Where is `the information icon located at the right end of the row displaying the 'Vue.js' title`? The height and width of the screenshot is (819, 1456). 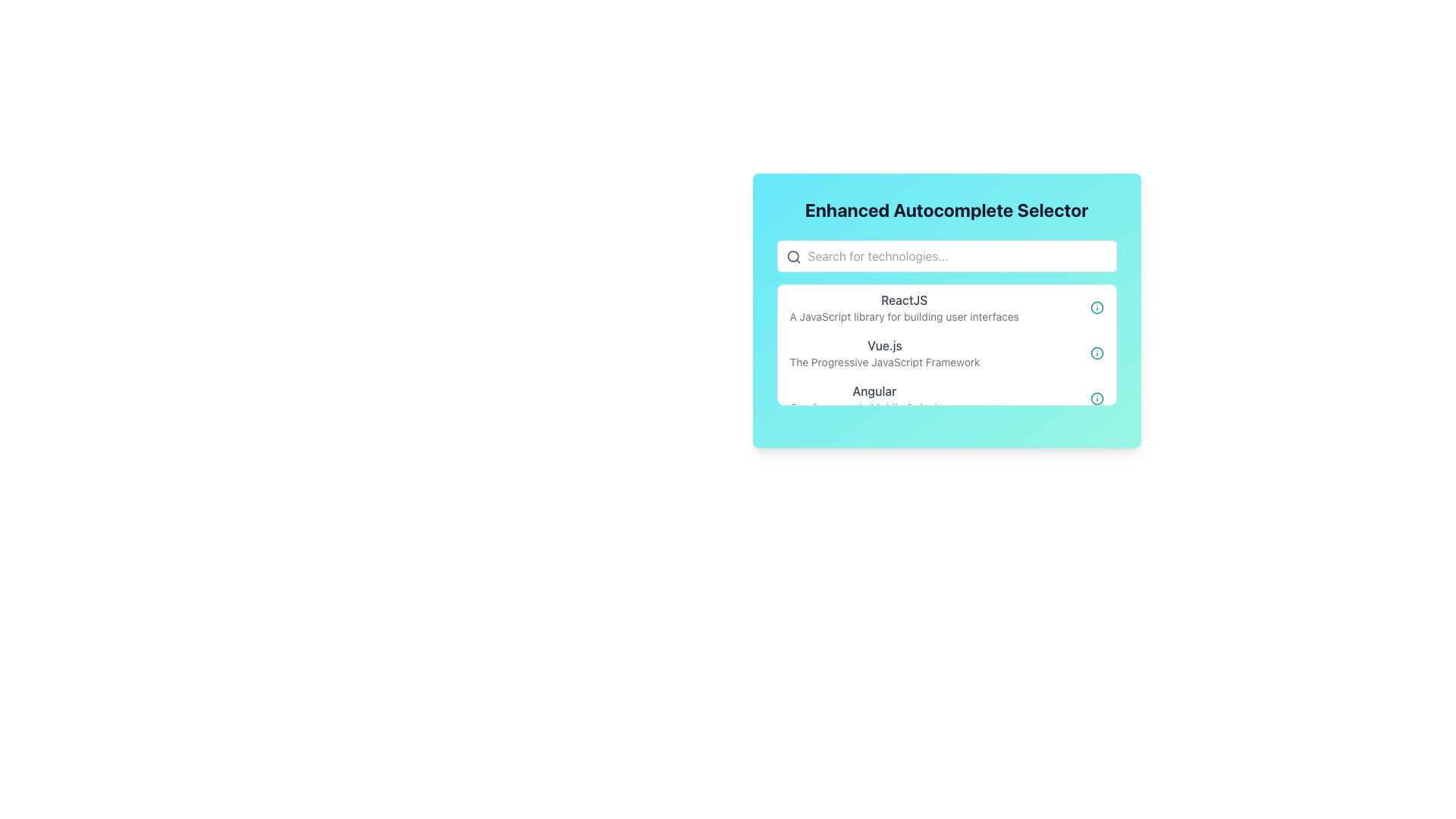
the information icon located at the right end of the row displaying the 'Vue.js' title is located at coordinates (1097, 353).